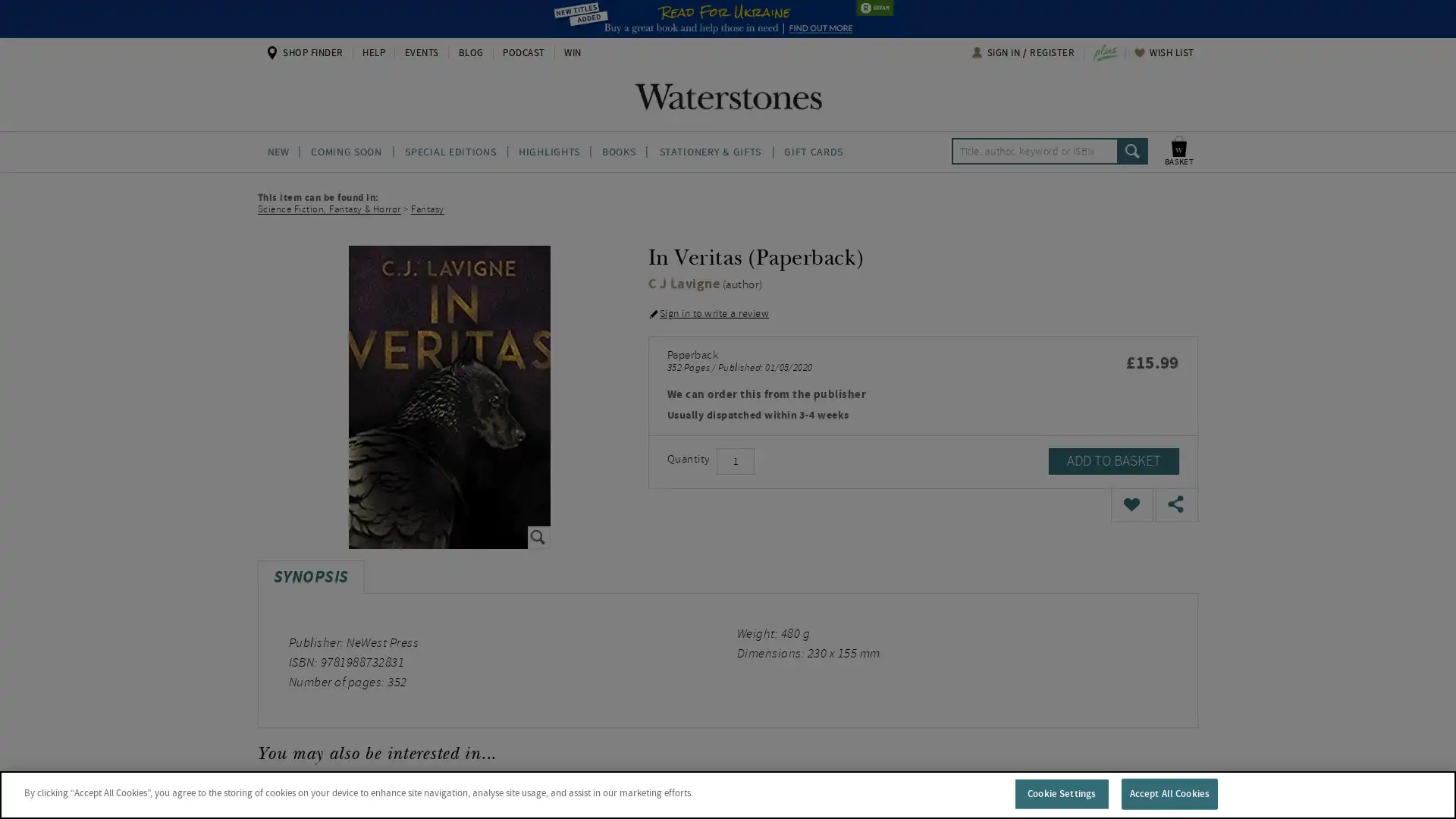  I want to click on Cookie Settings, so click(1060, 792).